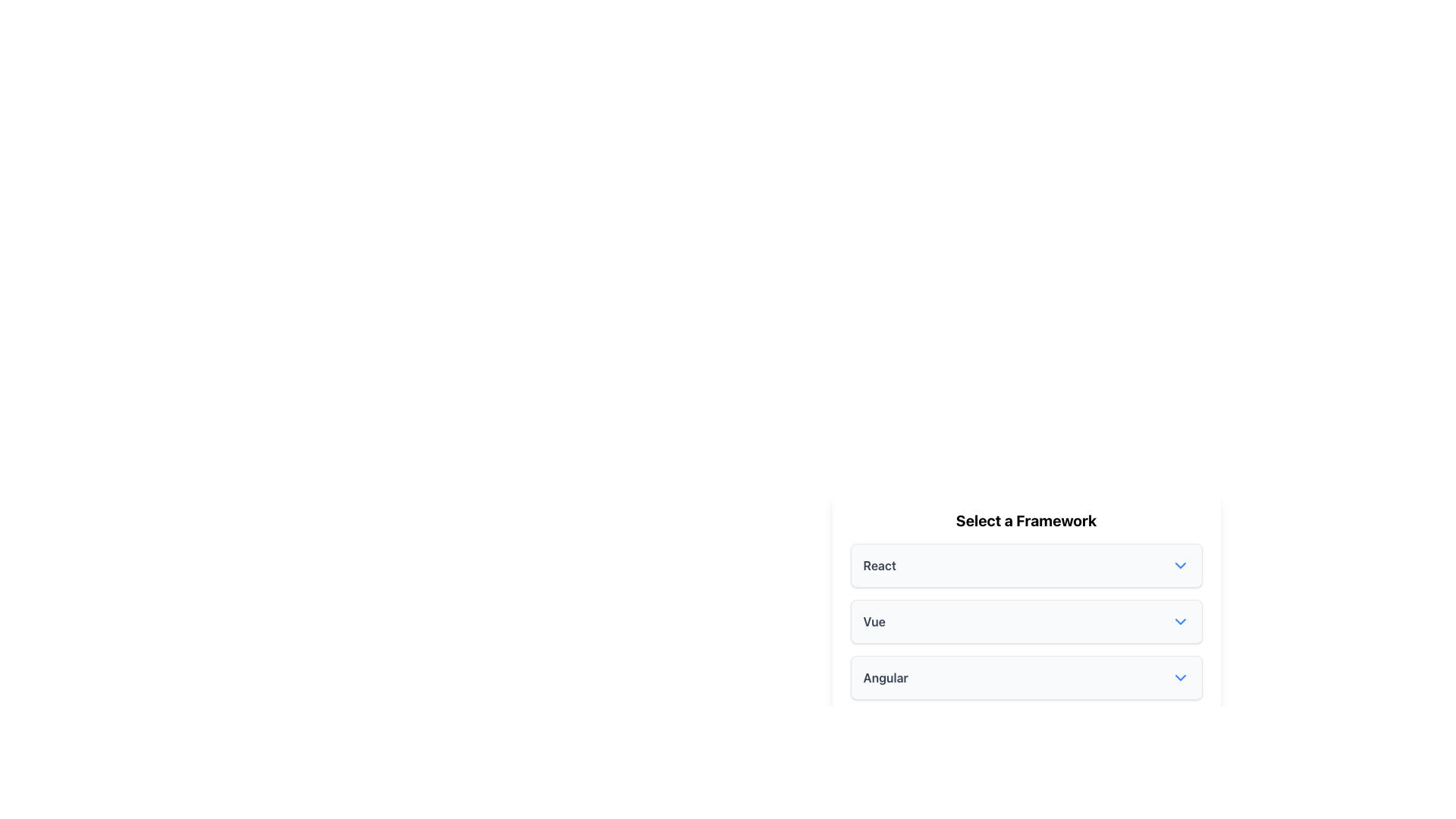 This screenshot has height=819, width=1456. Describe the element at coordinates (1179, 677) in the screenshot. I see `the downwards-pointing chevron icon styled in blue within the 'Angular' selection box` at that location.